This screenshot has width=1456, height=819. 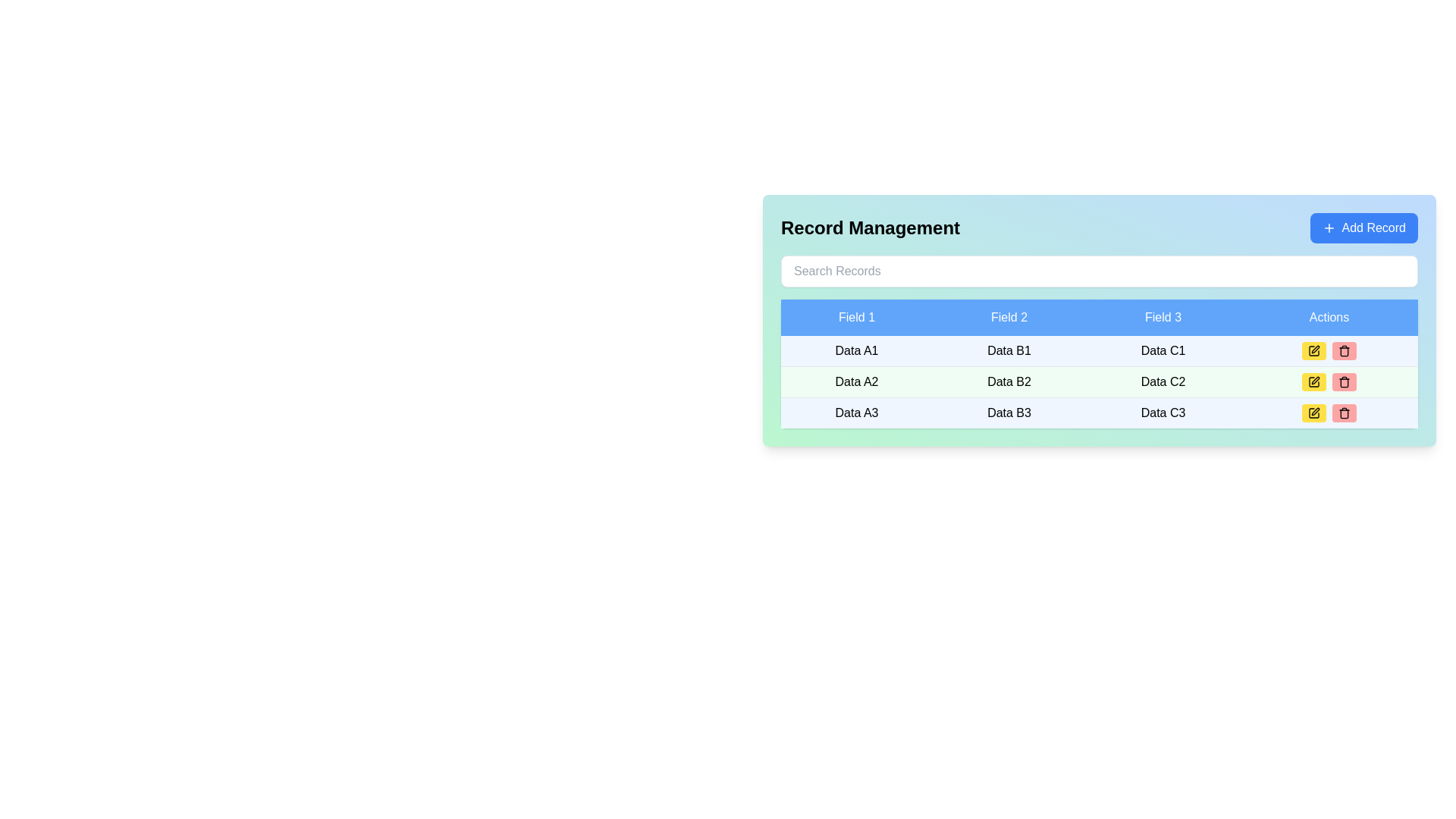 What do you see at coordinates (1313, 381) in the screenshot?
I see `the pen icon button in the Actions column of the second row of the table` at bounding box center [1313, 381].